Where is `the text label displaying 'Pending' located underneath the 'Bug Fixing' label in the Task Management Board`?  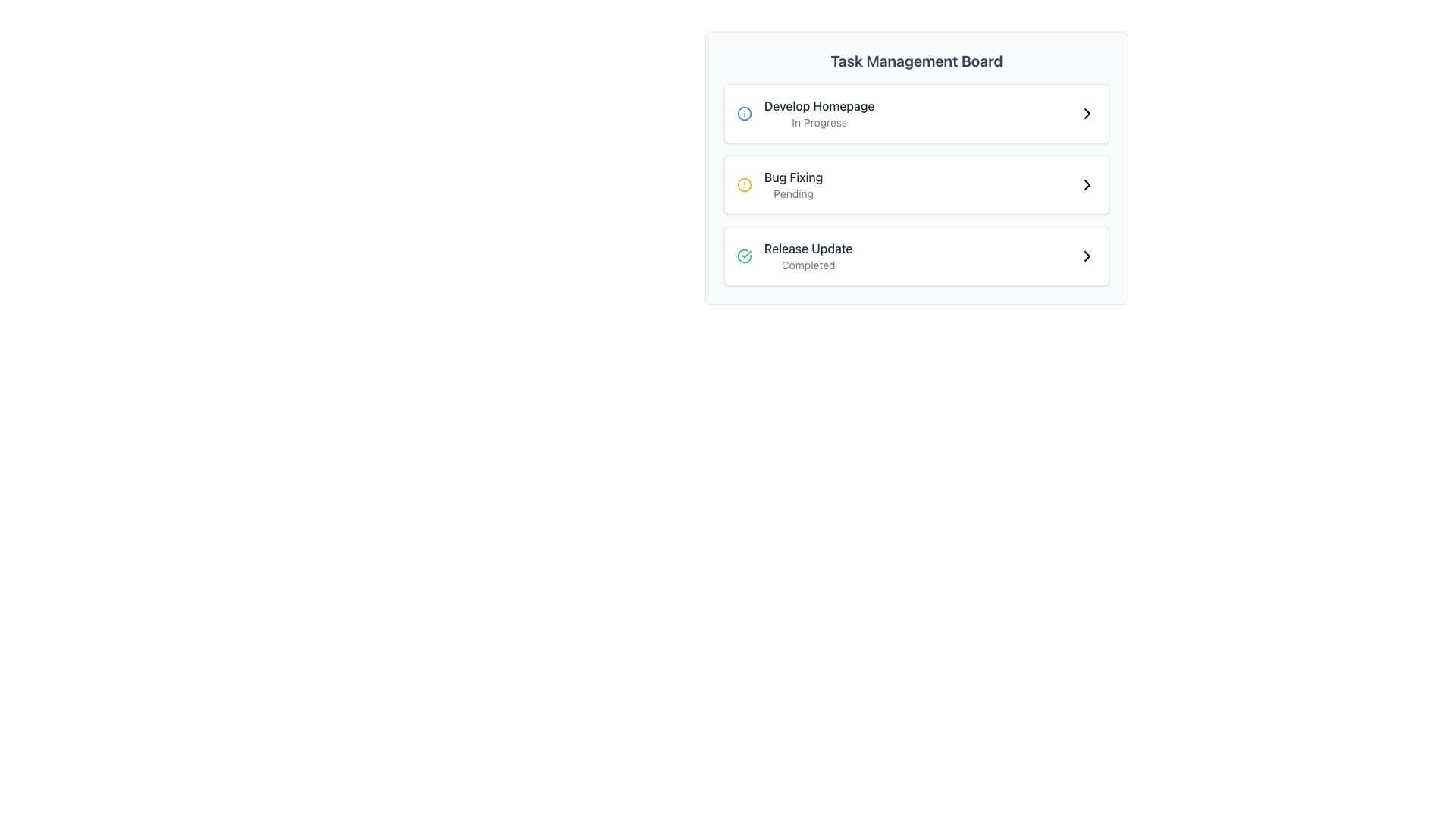
the text label displaying 'Pending' located underneath the 'Bug Fixing' label in the Task Management Board is located at coordinates (792, 193).